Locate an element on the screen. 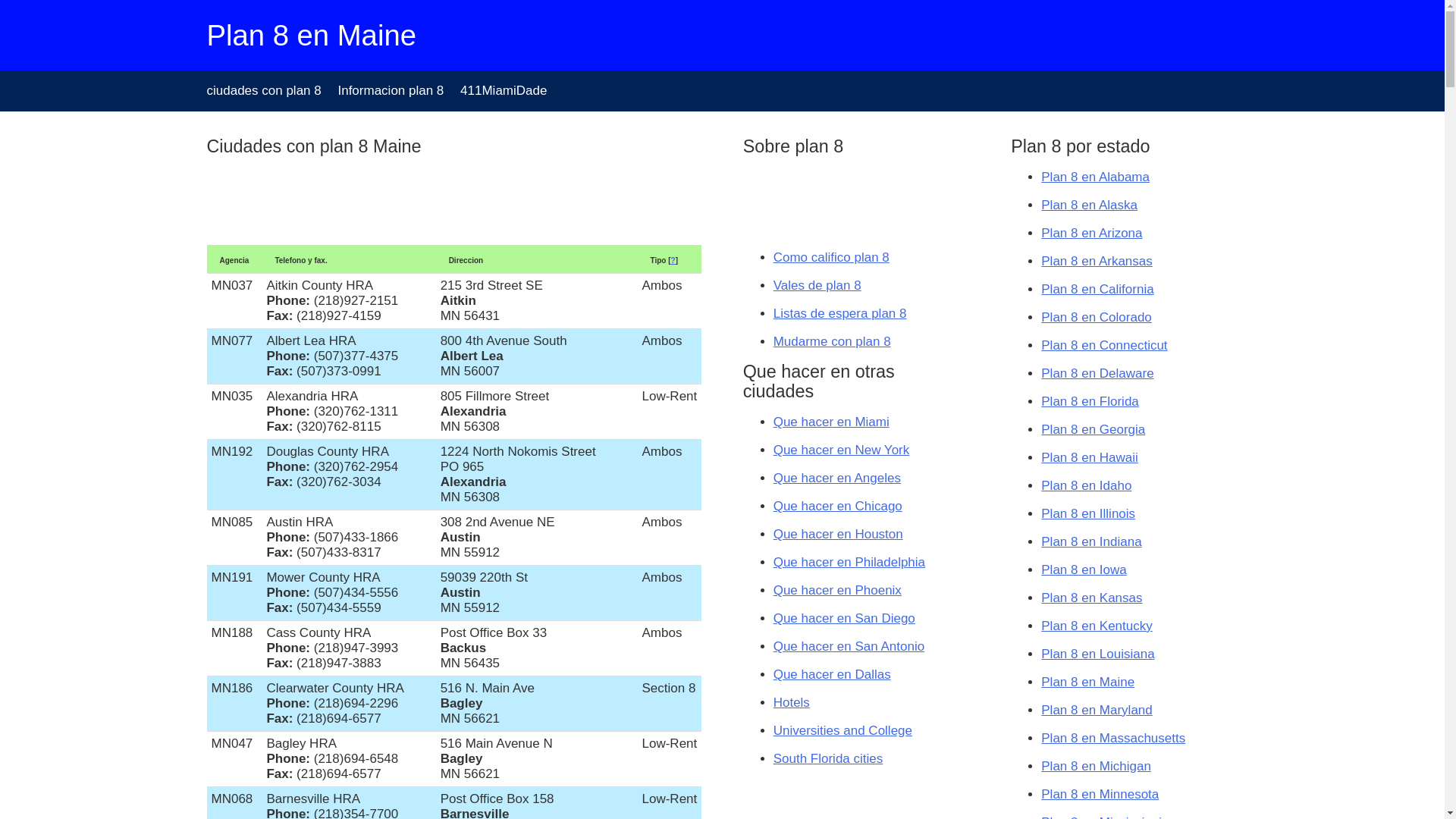 This screenshot has height=819, width=1456. 'Que hacer en San Antonio' is located at coordinates (848, 646).